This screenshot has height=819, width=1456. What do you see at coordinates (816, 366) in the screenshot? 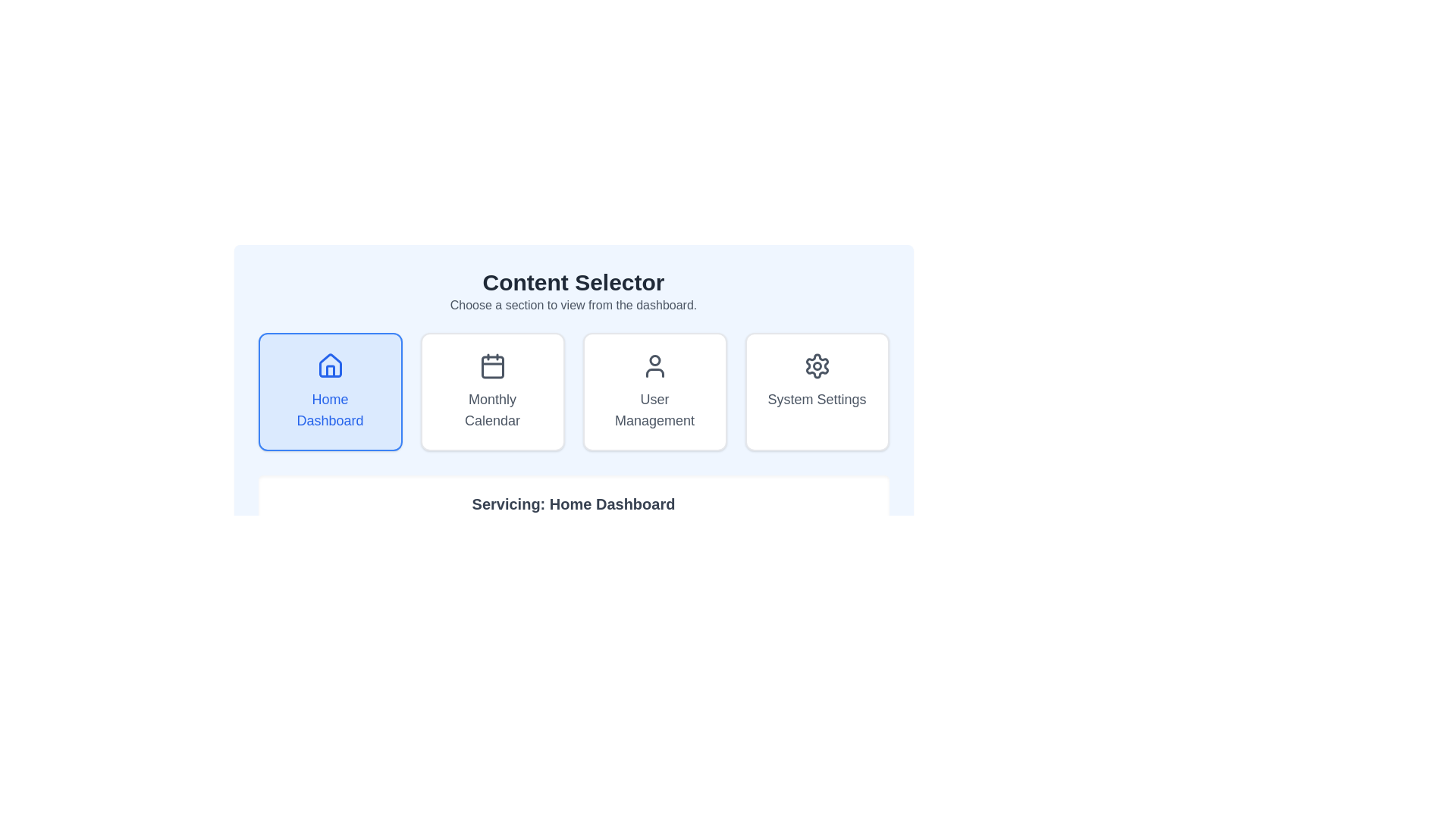
I see `the 'System Settings' icon, located at the top-center of the button layout, which is the fourth selectable button` at bounding box center [816, 366].